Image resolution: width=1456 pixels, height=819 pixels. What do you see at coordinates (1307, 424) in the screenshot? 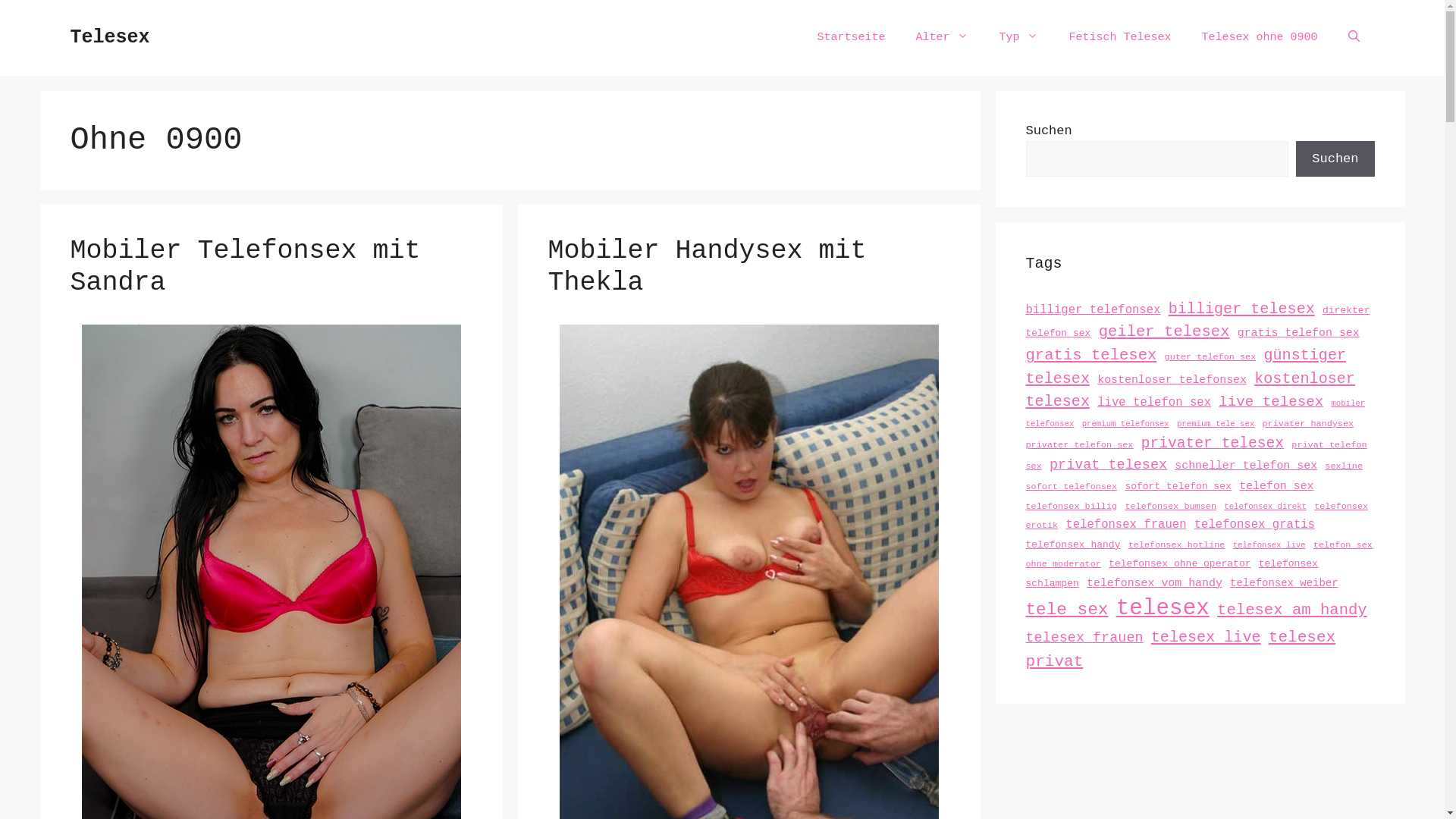
I see `'privater handysex'` at bounding box center [1307, 424].